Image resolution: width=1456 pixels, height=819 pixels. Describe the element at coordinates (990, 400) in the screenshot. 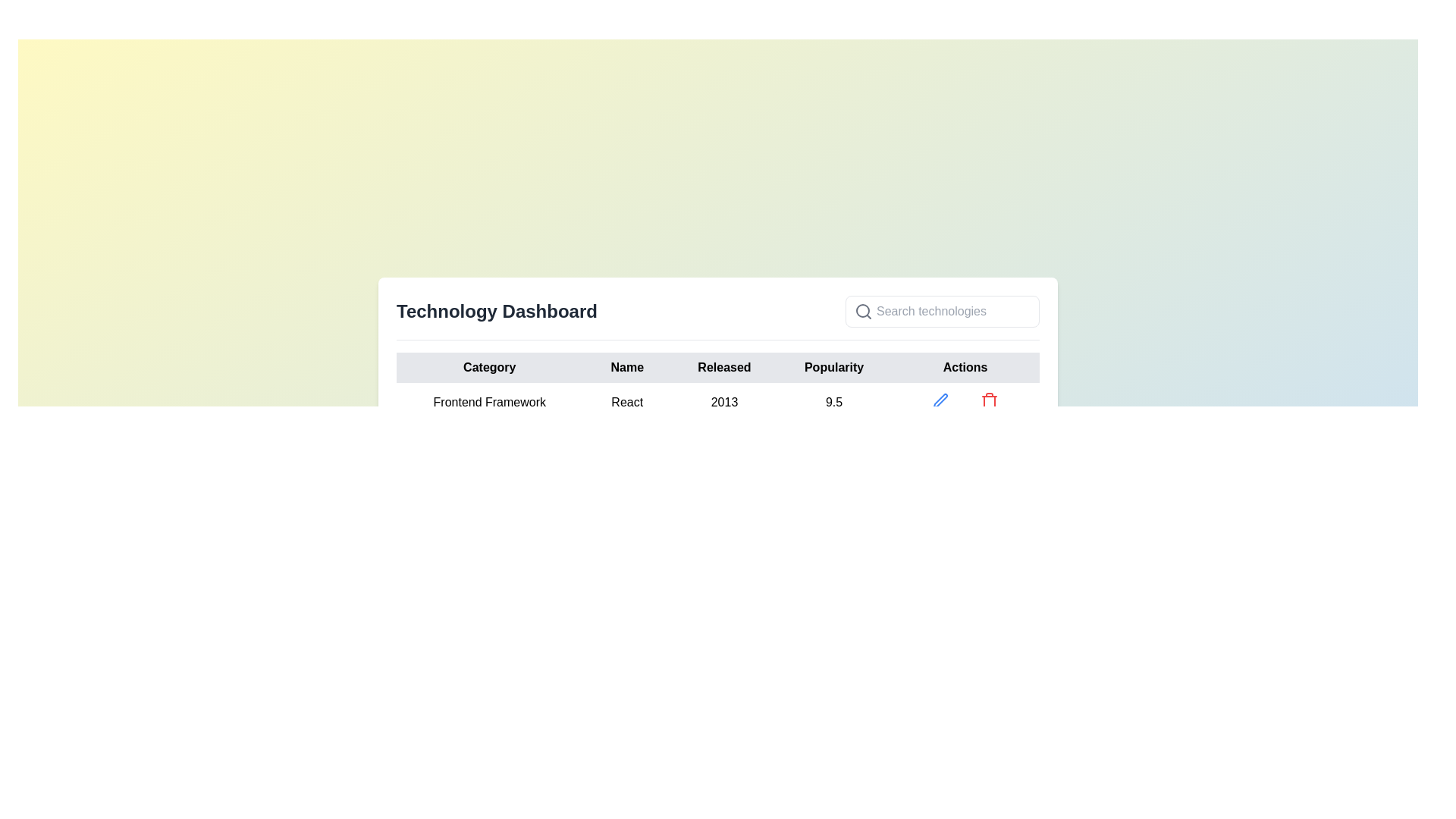

I see `the delete button located in the 'Actions' column of the row for the technology 'React', which is the second icon following the blue 'Edit' icon` at that location.